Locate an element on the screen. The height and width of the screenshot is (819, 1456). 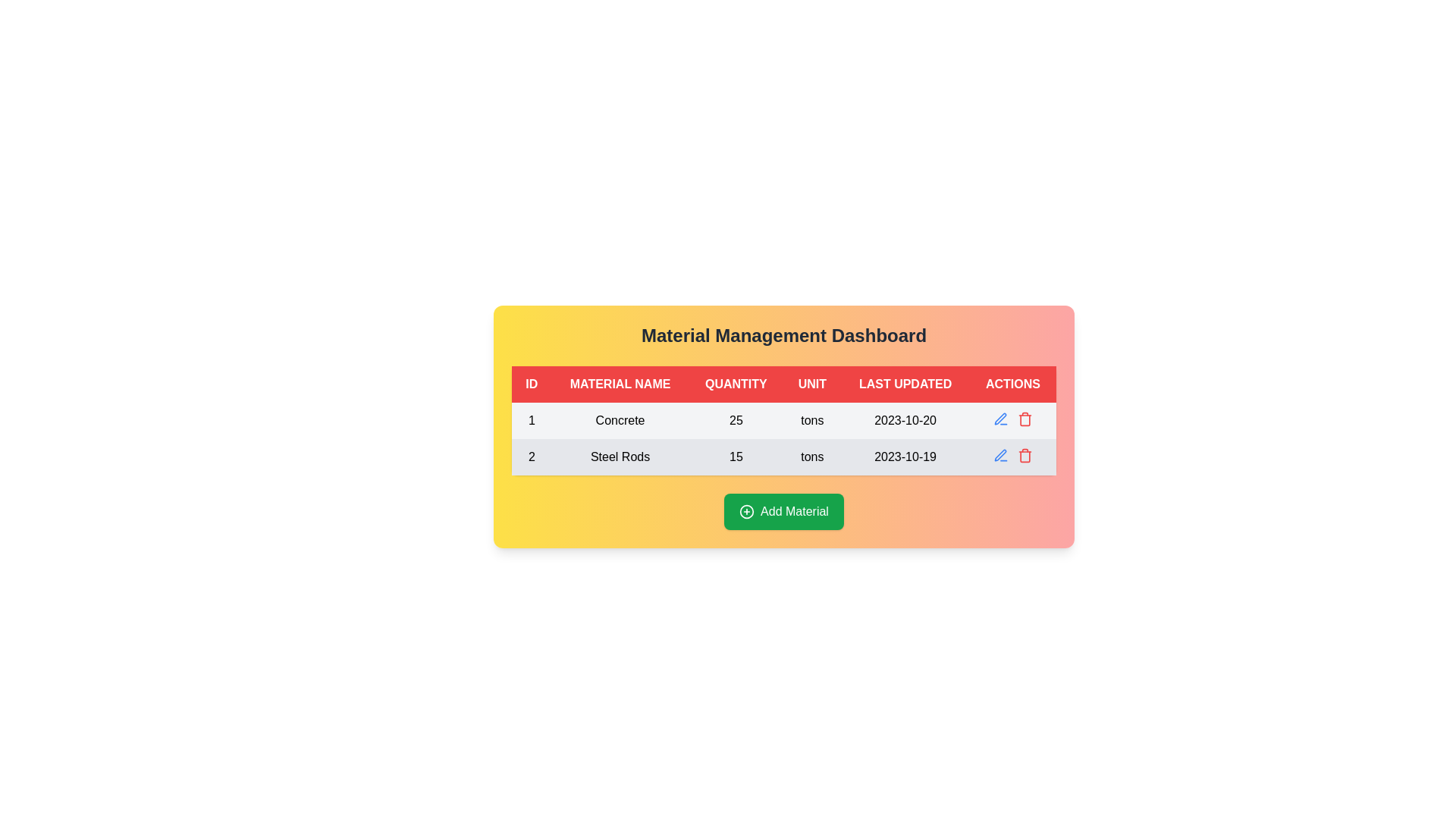
the delete icon button in the Actions column is located at coordinates (1025, 455).